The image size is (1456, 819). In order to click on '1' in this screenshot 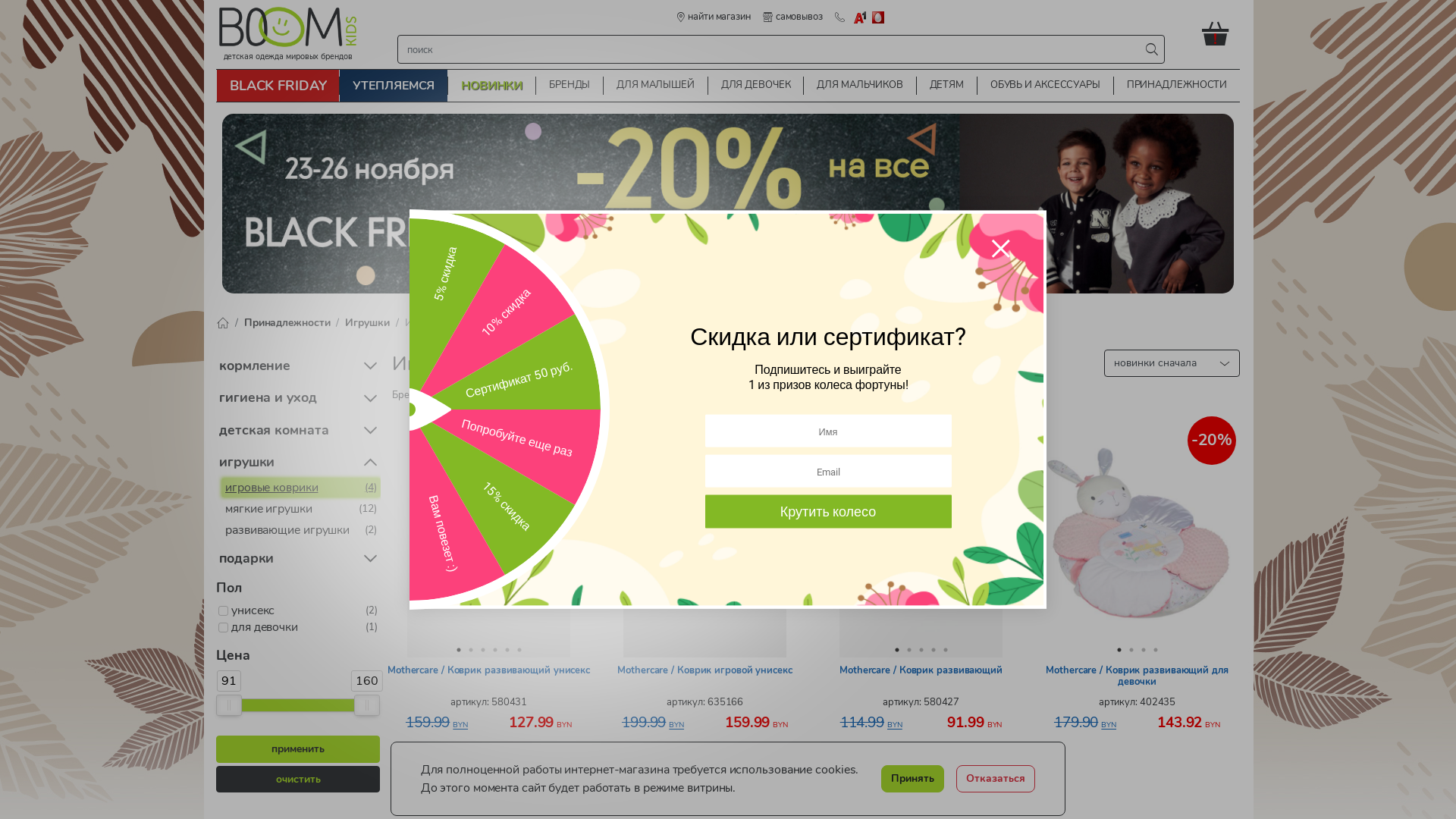, I will do `click(896, 648)`.